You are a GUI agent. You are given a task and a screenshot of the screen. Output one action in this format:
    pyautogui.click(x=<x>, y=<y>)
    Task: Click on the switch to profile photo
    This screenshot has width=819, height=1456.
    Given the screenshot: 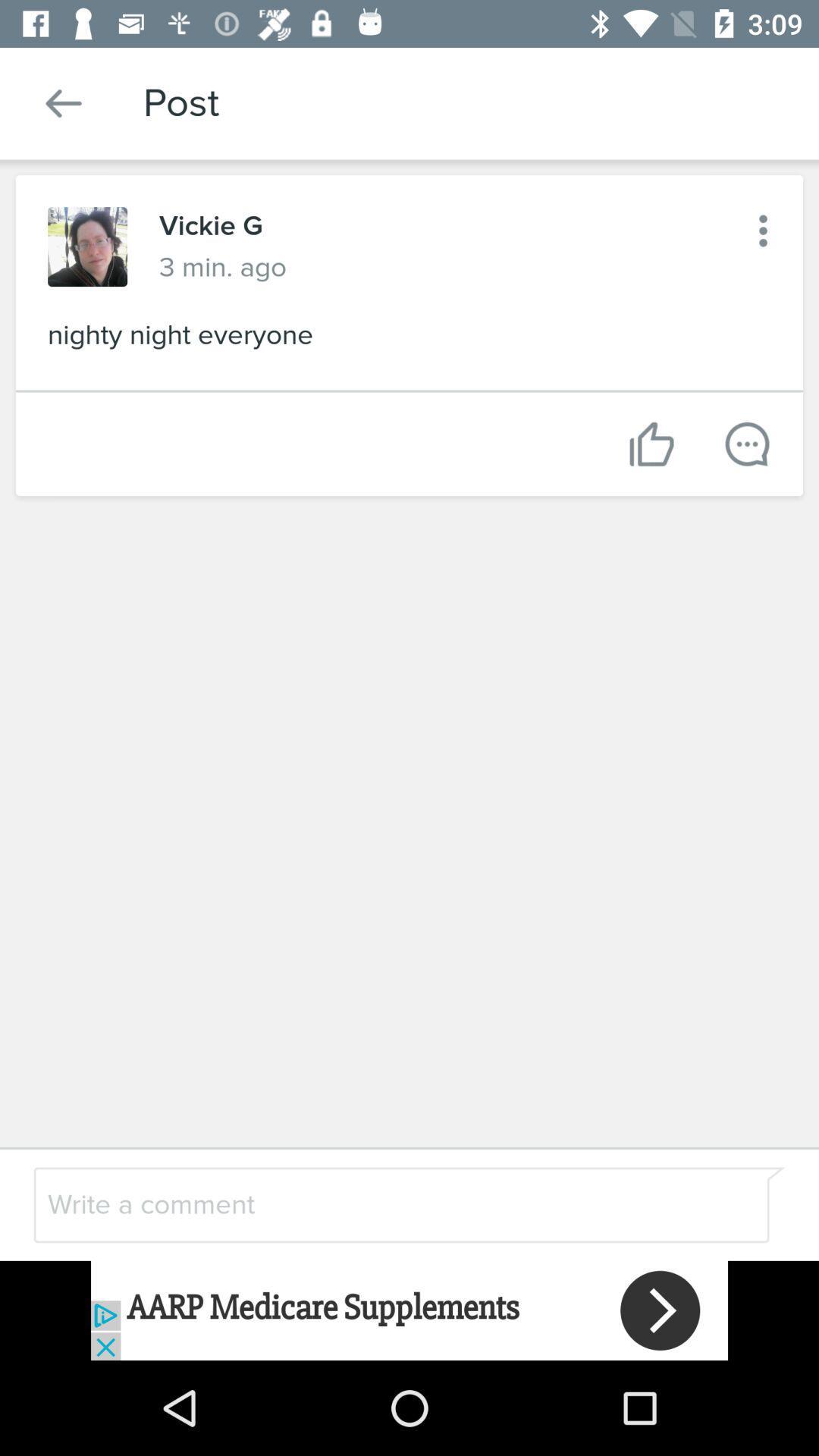 What is the action you would take?
    pyautogui.click(x=87, y=246)
    